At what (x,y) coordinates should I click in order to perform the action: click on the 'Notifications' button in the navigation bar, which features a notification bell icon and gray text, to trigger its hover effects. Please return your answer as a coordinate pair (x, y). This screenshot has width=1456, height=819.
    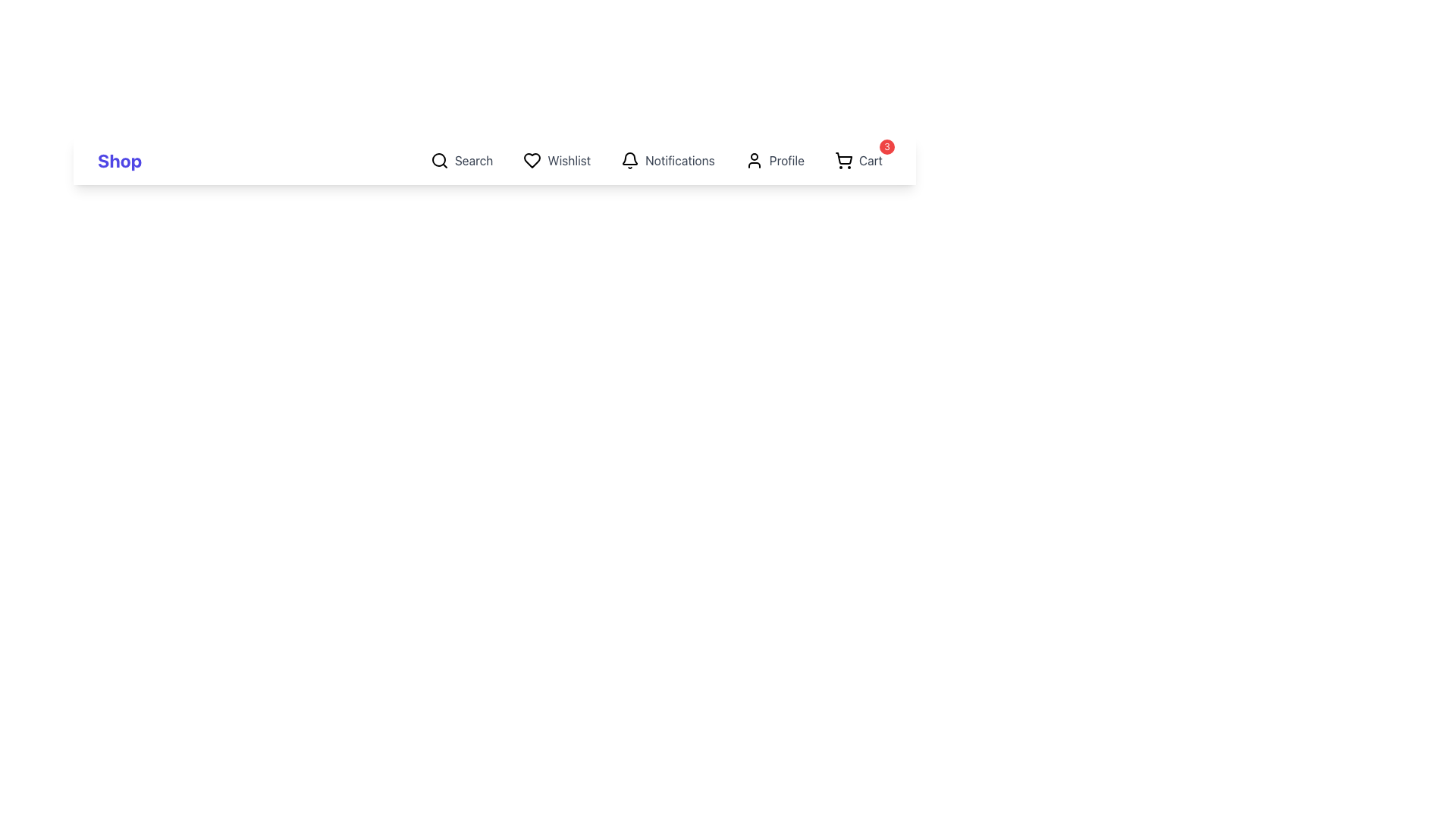
    Looking at the image, I should click on (667, 161).